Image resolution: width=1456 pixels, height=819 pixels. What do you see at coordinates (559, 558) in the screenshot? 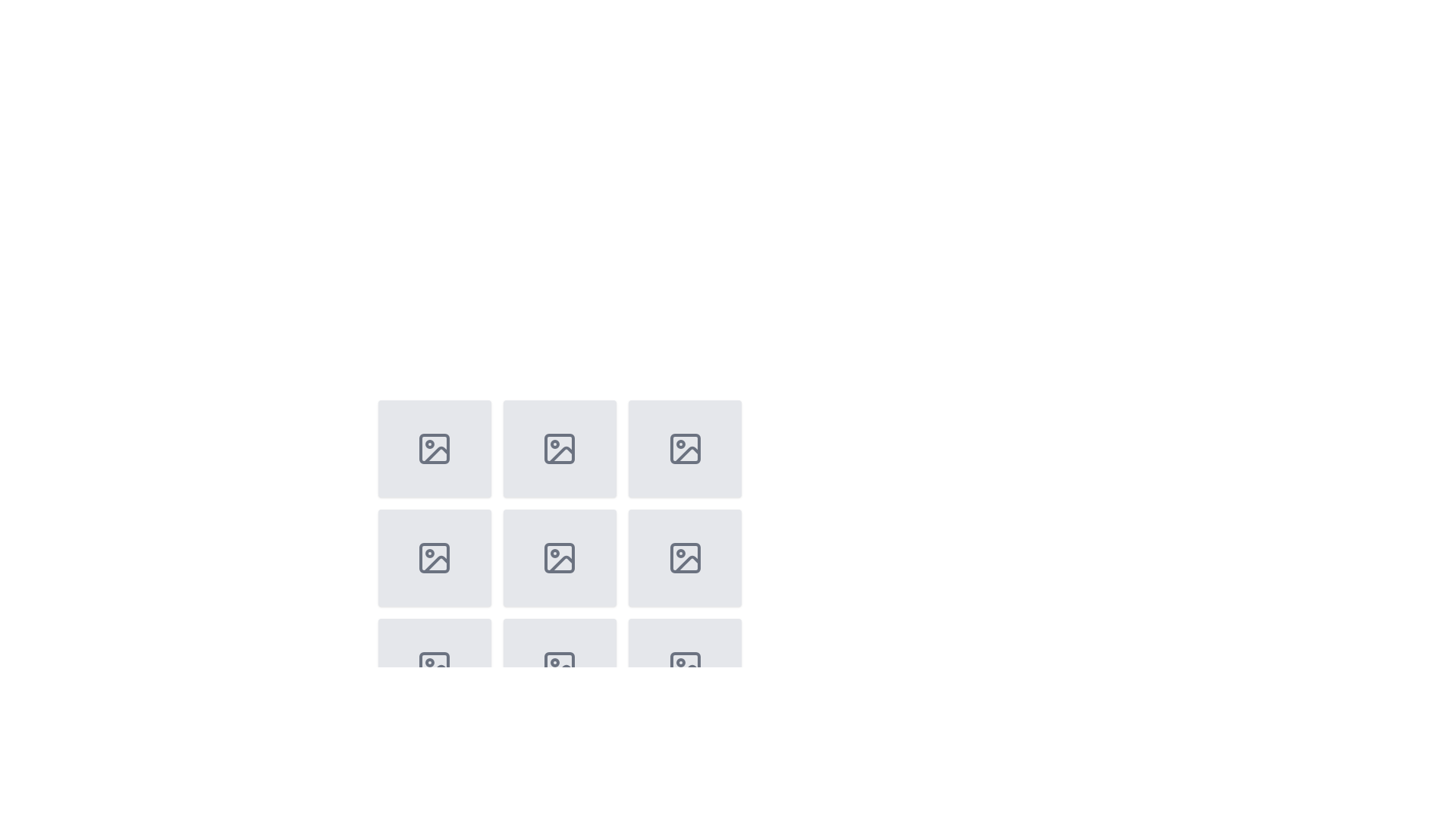
I see `the center Vector Icon that represents an image placeholder in the second row of the grid layout` at bounding box center [559, 558].